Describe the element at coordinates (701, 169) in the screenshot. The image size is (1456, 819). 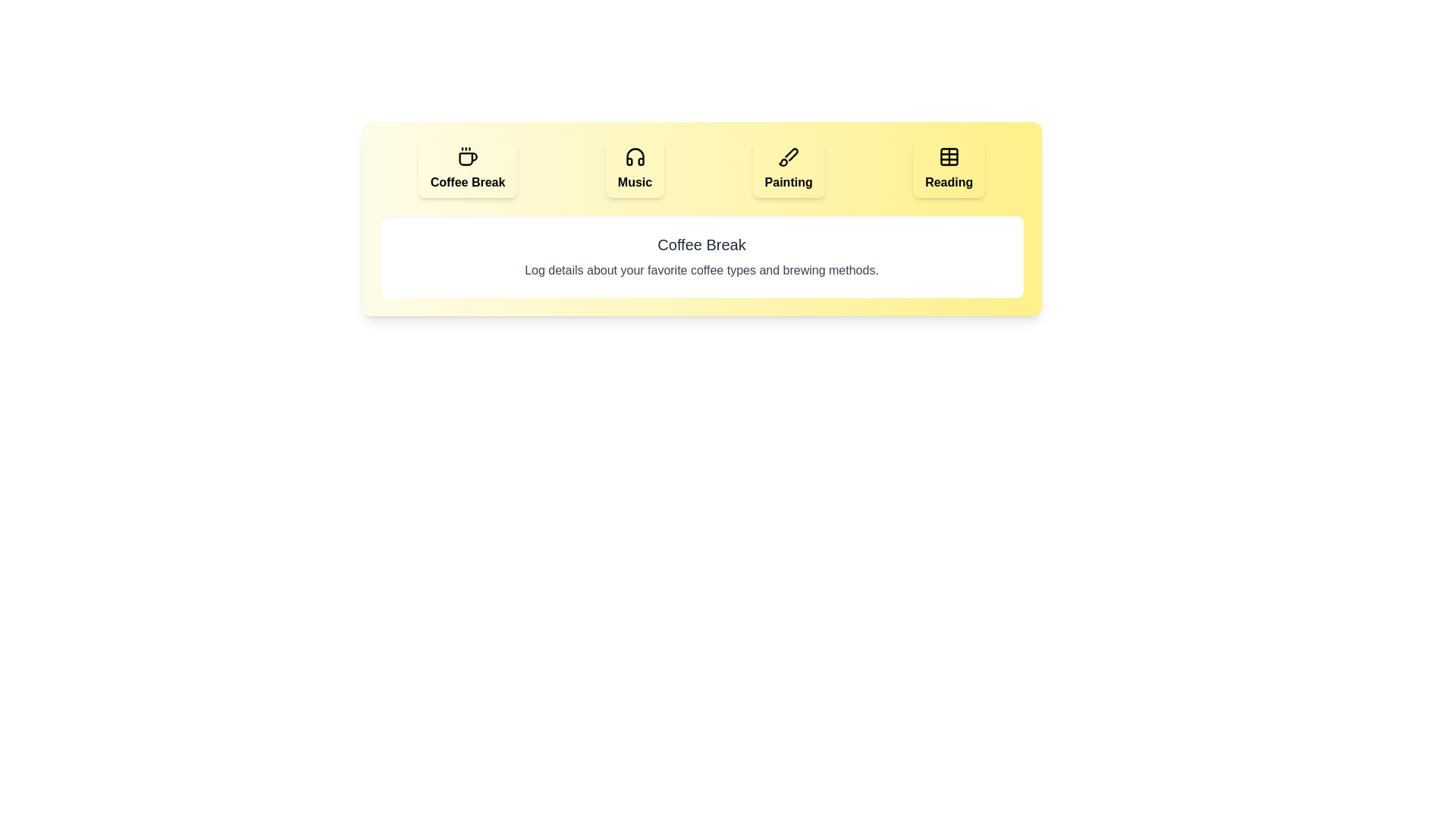
I see `the Horizontal tab navigation bar at the center coordinates` at that location.